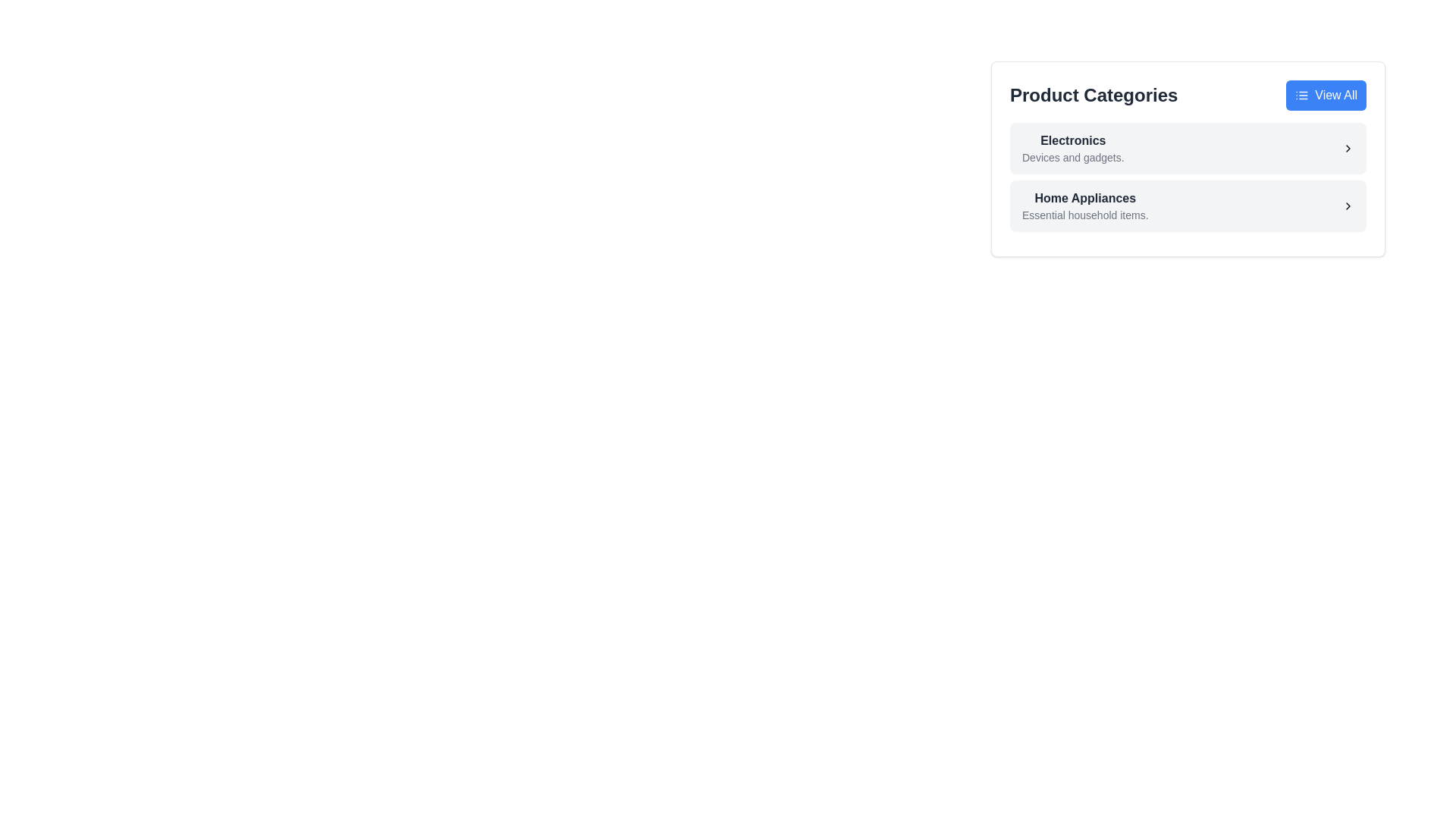 The width and height of the screenshot is (1456, 819). Describe the element at coordinates (1072, 140) in the screenshot. I see `the clickable title text label for the 'Electronics' category, which is located at the top of the product categories list, above 'Home Appliances'` at that location.